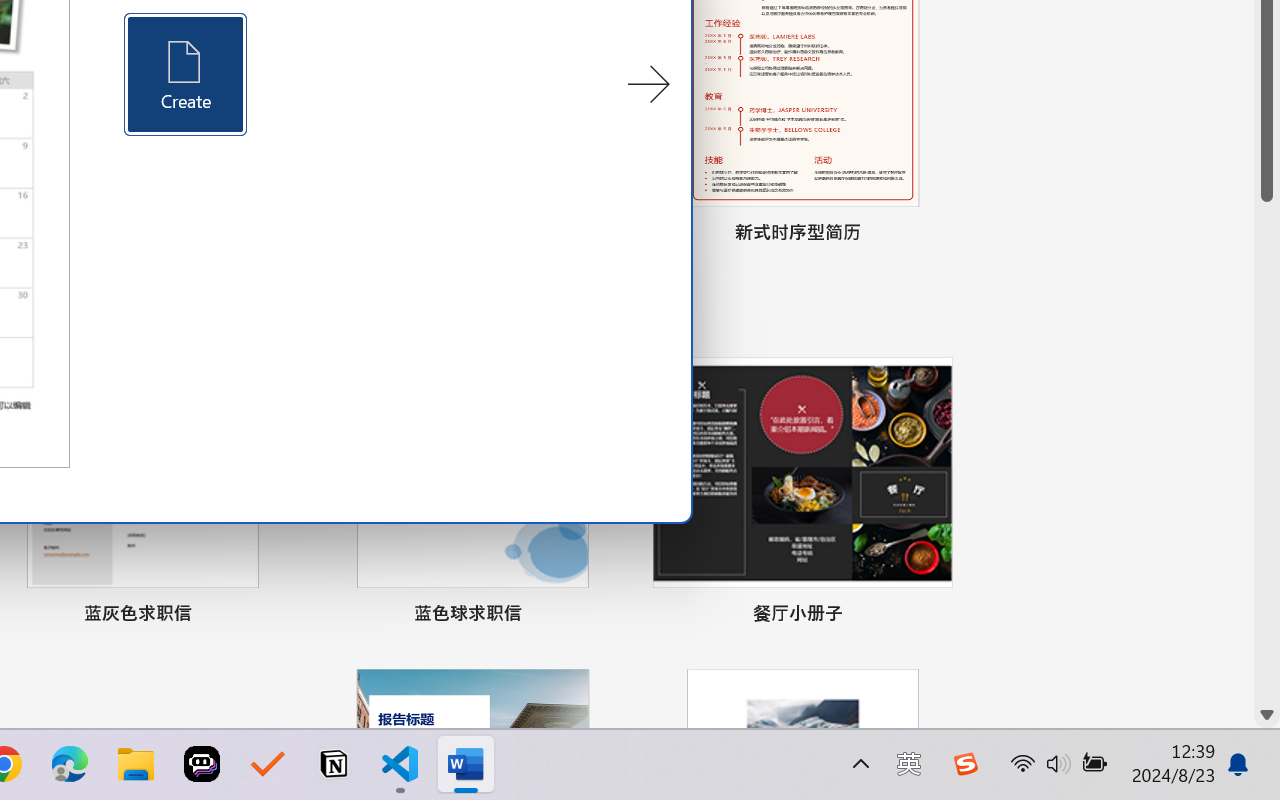 The height and width of the screenshot is (800, 1280). What do you see at coordinates (69, 764) in the screenshot?
I see `'Microsoft Edge'` at bounding box center [69, 764].